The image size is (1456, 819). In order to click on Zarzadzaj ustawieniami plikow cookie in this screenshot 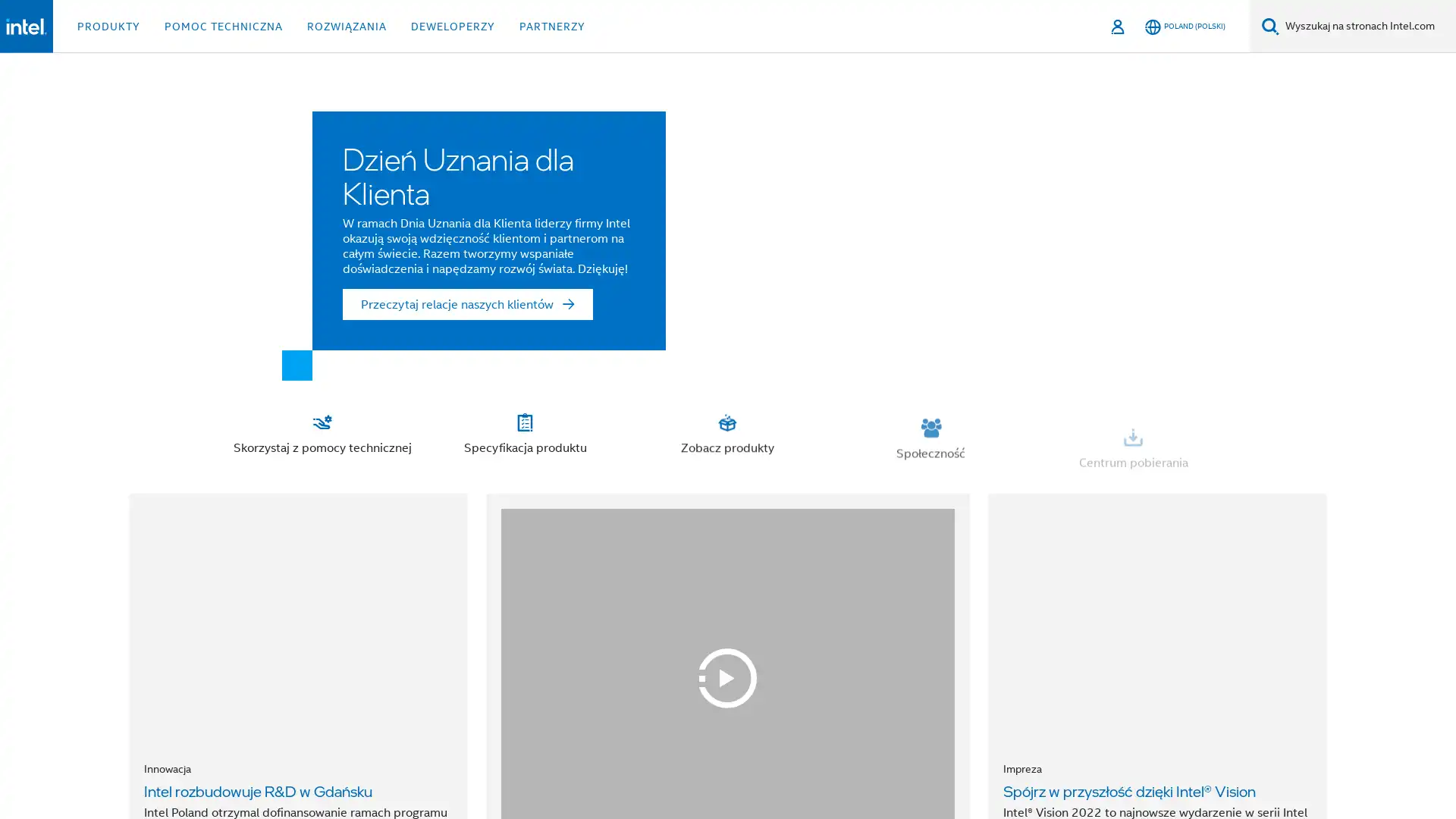, I will do `click(1165, 766)`.